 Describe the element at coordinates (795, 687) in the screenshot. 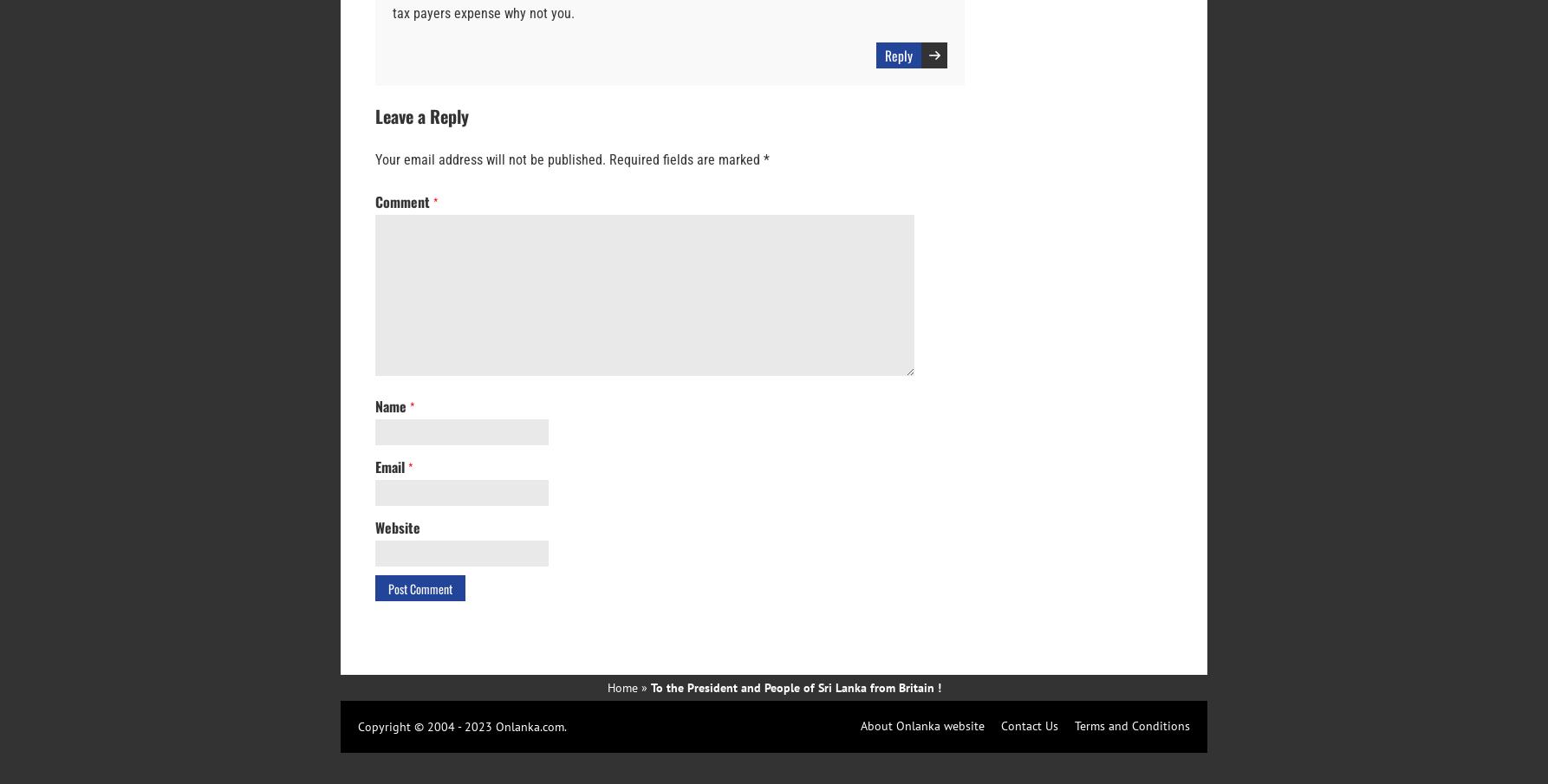

I see `'To the President and People of Sri Lanka from Britain !'` at that location.